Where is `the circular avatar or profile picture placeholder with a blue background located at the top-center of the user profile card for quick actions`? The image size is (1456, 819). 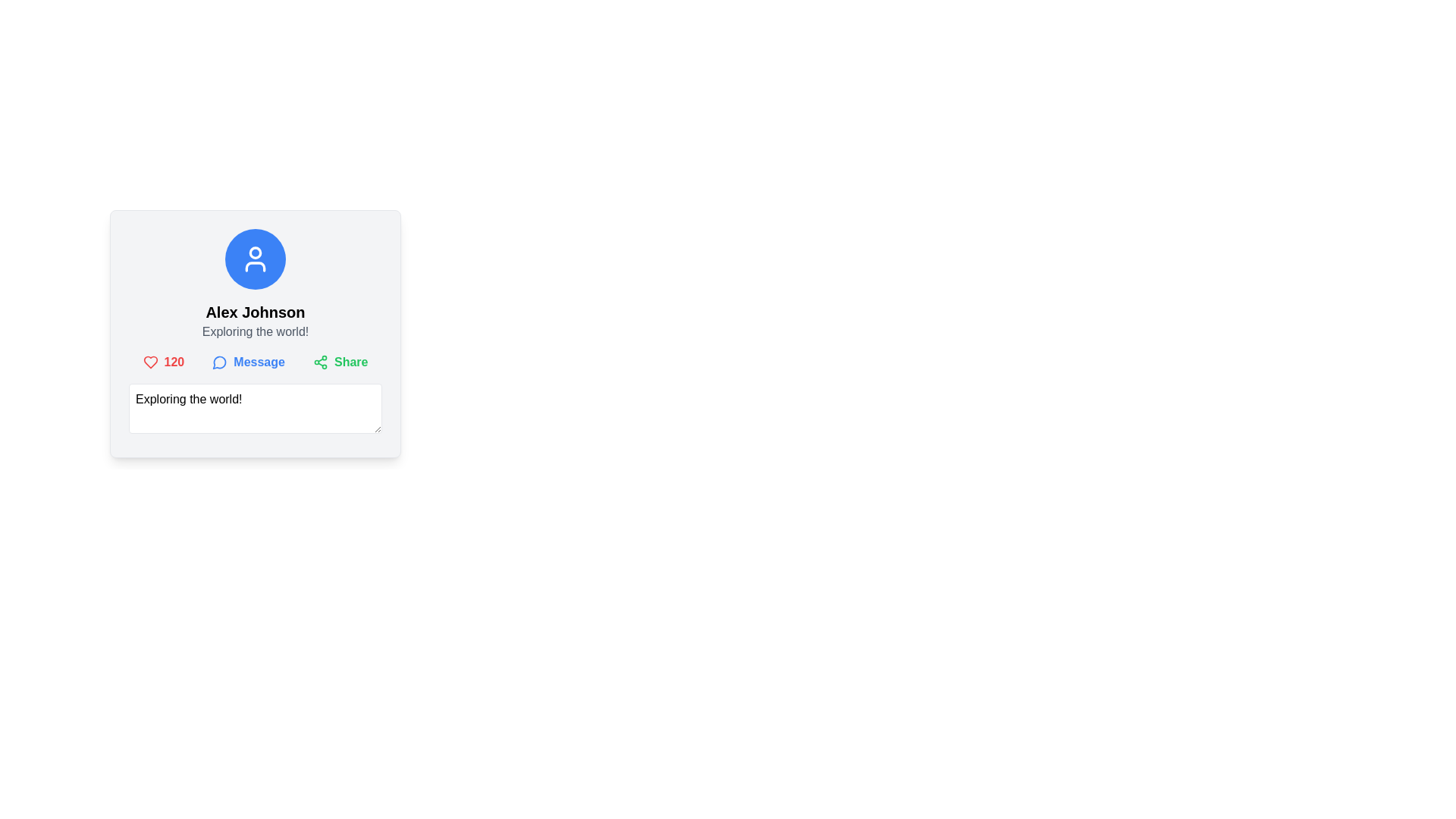
the circular avatar or profile picture placeholder with a blue background located at the top-center of the user profile card for quick actions is located at coordinates (255, 259).